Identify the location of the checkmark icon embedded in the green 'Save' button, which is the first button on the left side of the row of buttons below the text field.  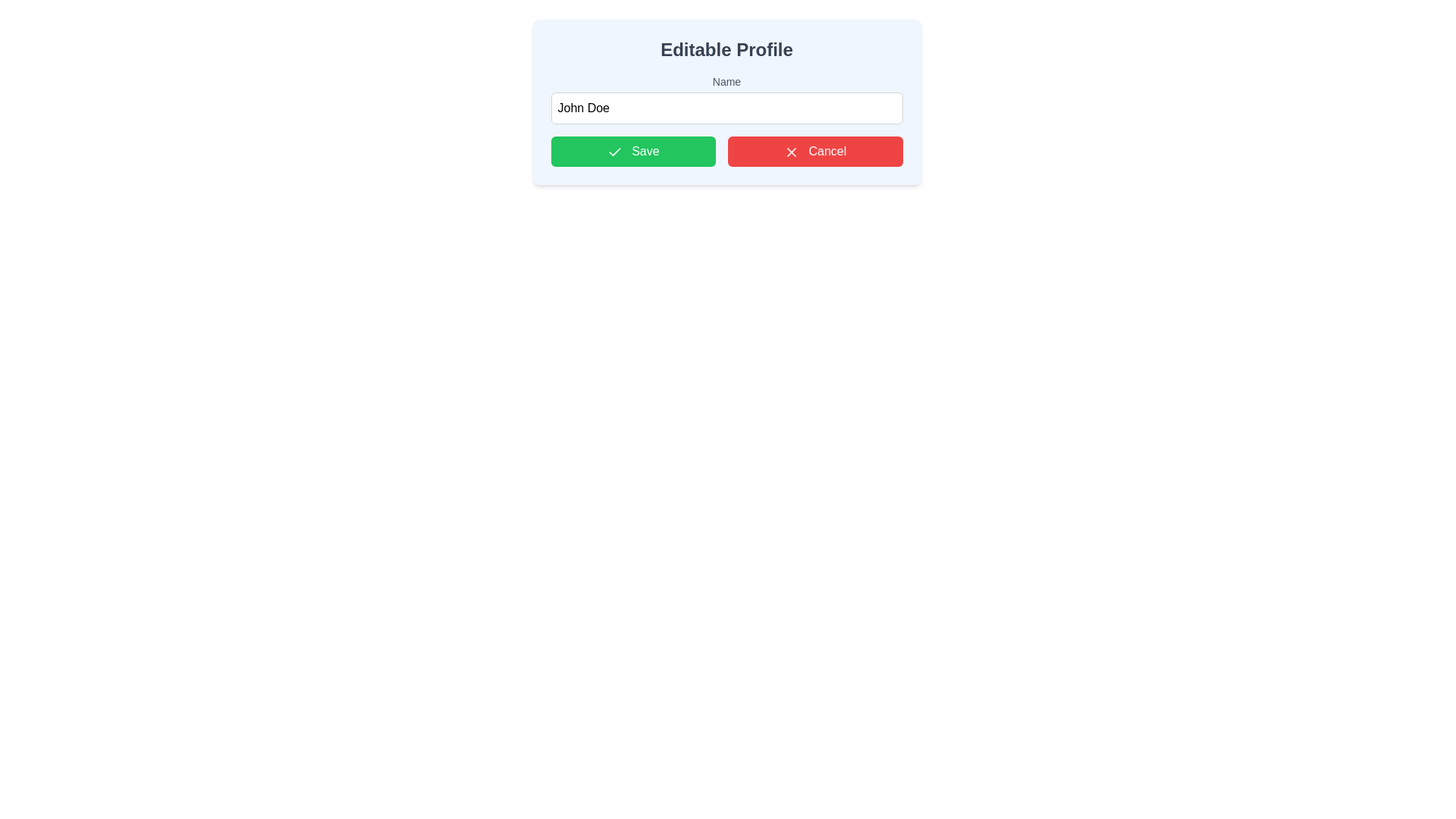
(614, 152).